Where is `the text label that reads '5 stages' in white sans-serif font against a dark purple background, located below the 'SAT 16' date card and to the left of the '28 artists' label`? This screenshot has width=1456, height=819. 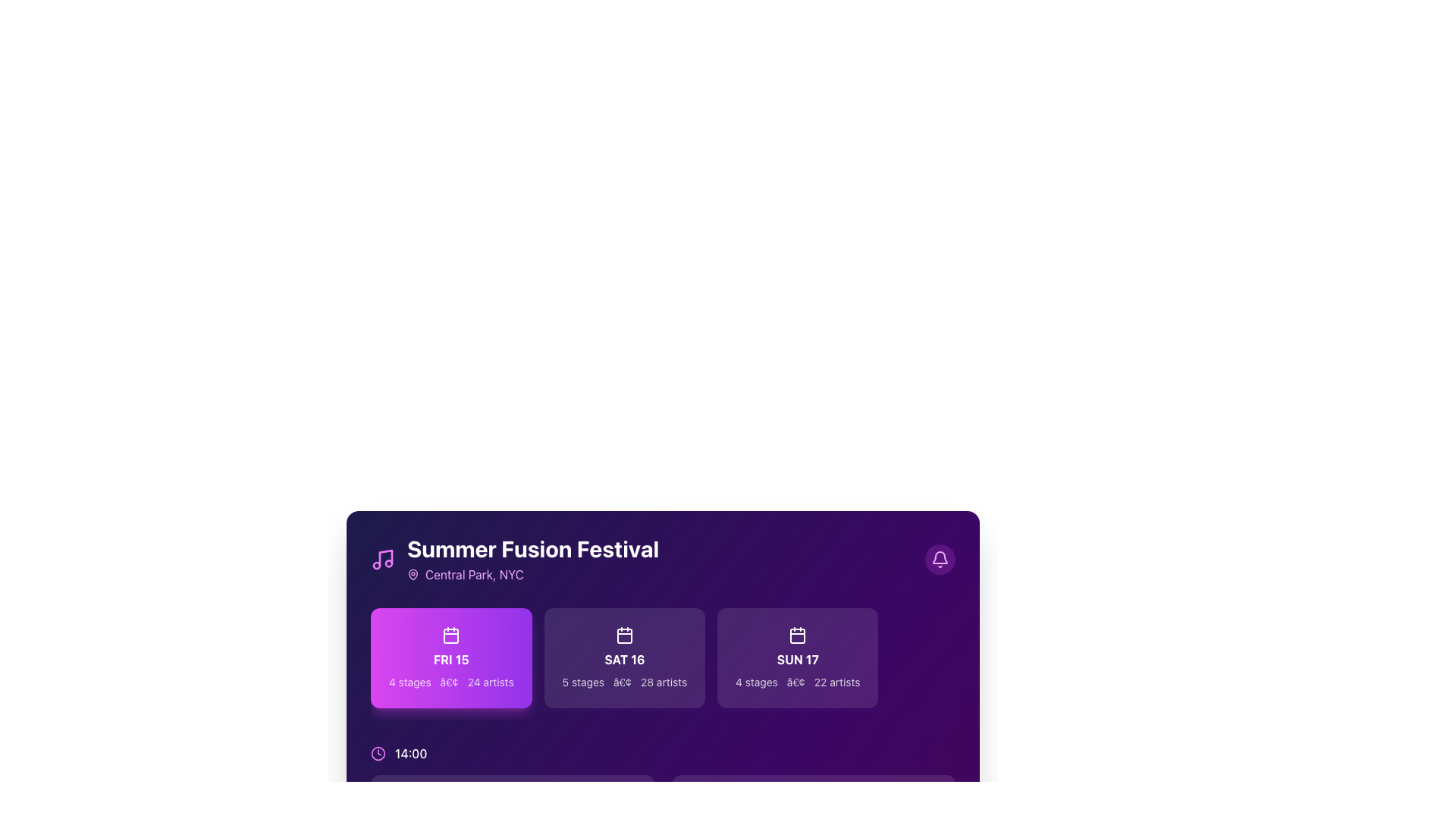
the text label that reads '5 stages' in white sans-serif font against a dark purple background, located below the 'SAT 16' date card and to the left of the '28 artists' label is located at coordinates (582, 681).